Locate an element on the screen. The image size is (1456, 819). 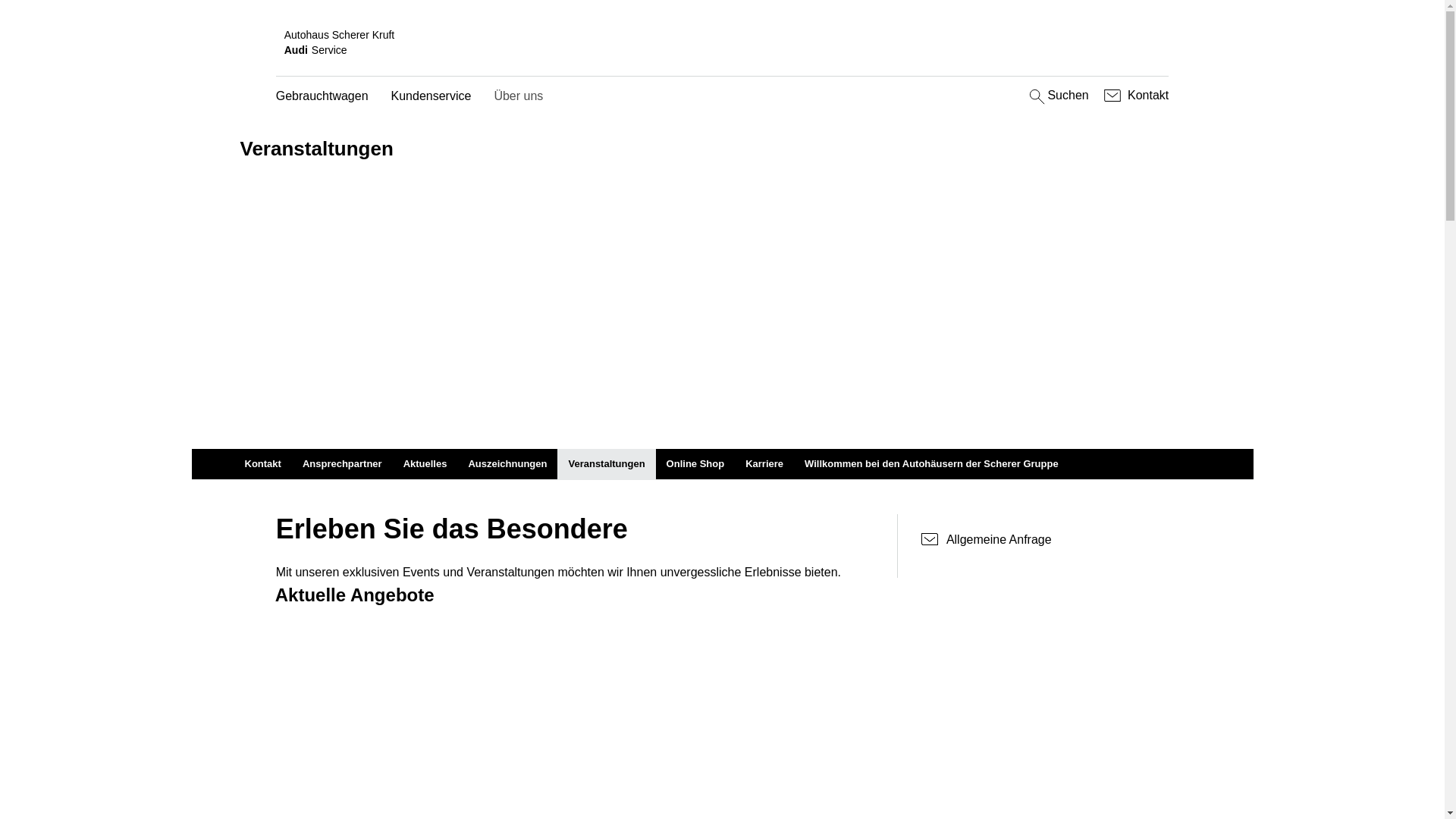
'Suchen' is located at coordinates (1056, 96).